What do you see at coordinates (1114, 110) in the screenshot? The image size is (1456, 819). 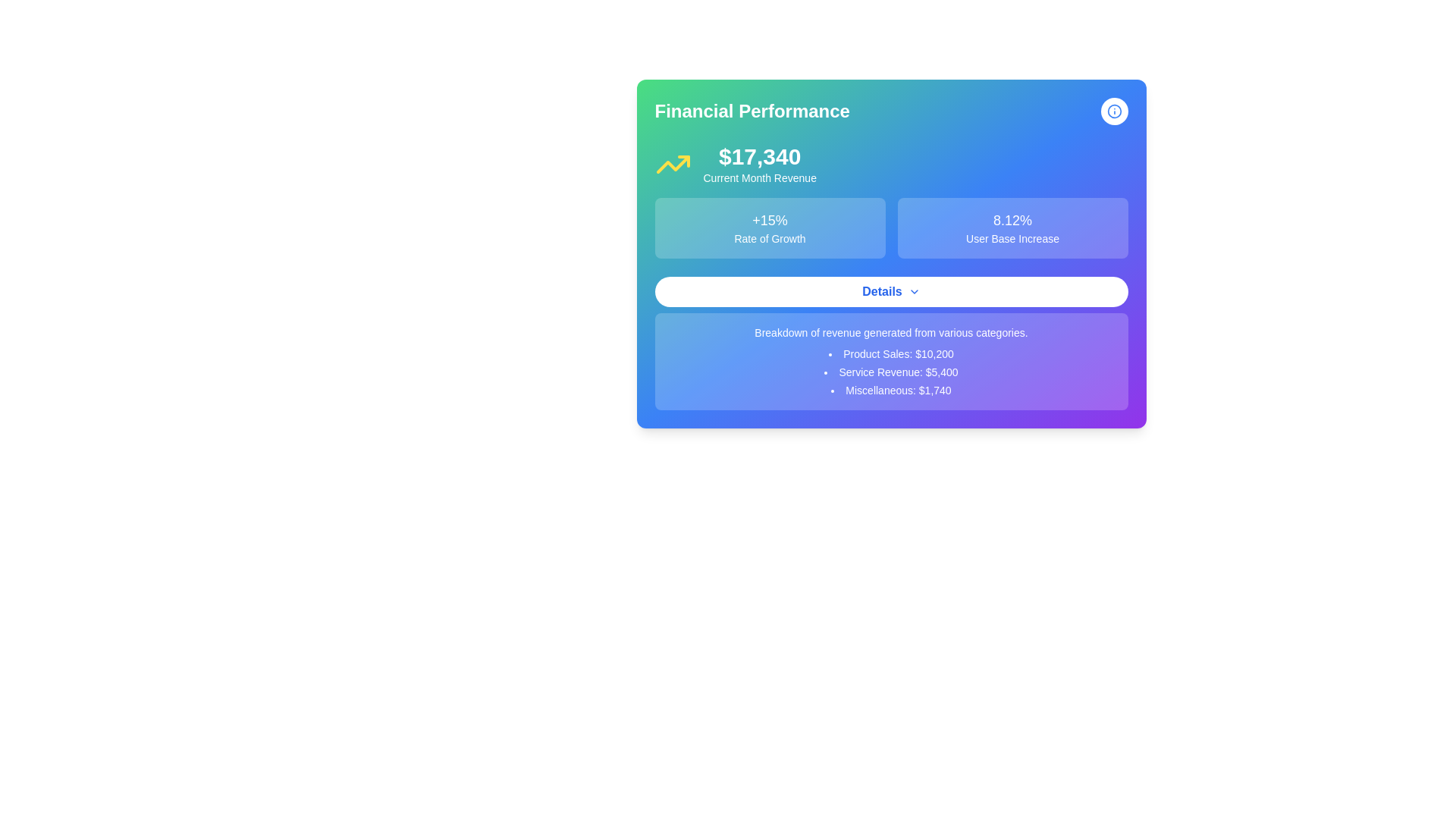 I see `SVG circle element of the information icon located at the top-right corner of the card for debugging or styling purposes` at bounding box center [1114, 110].